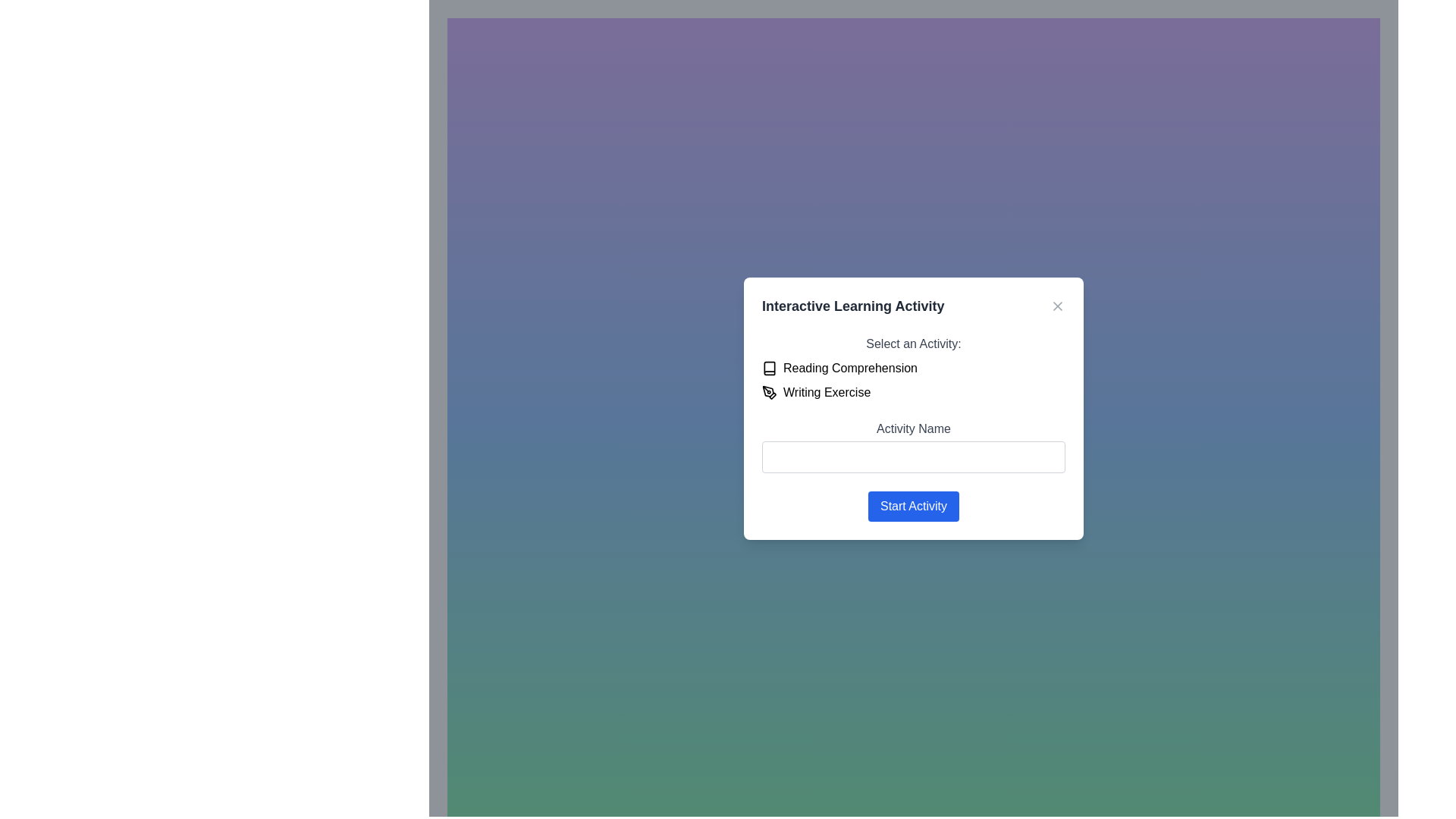 The width and height of the screenshot is (1456, 819). Describe the element at coordinates (853, 306) in the screenshot. I see `the Text Label that serves as the title or heading for the activity section, providing context about the function of the current interface` at that location.